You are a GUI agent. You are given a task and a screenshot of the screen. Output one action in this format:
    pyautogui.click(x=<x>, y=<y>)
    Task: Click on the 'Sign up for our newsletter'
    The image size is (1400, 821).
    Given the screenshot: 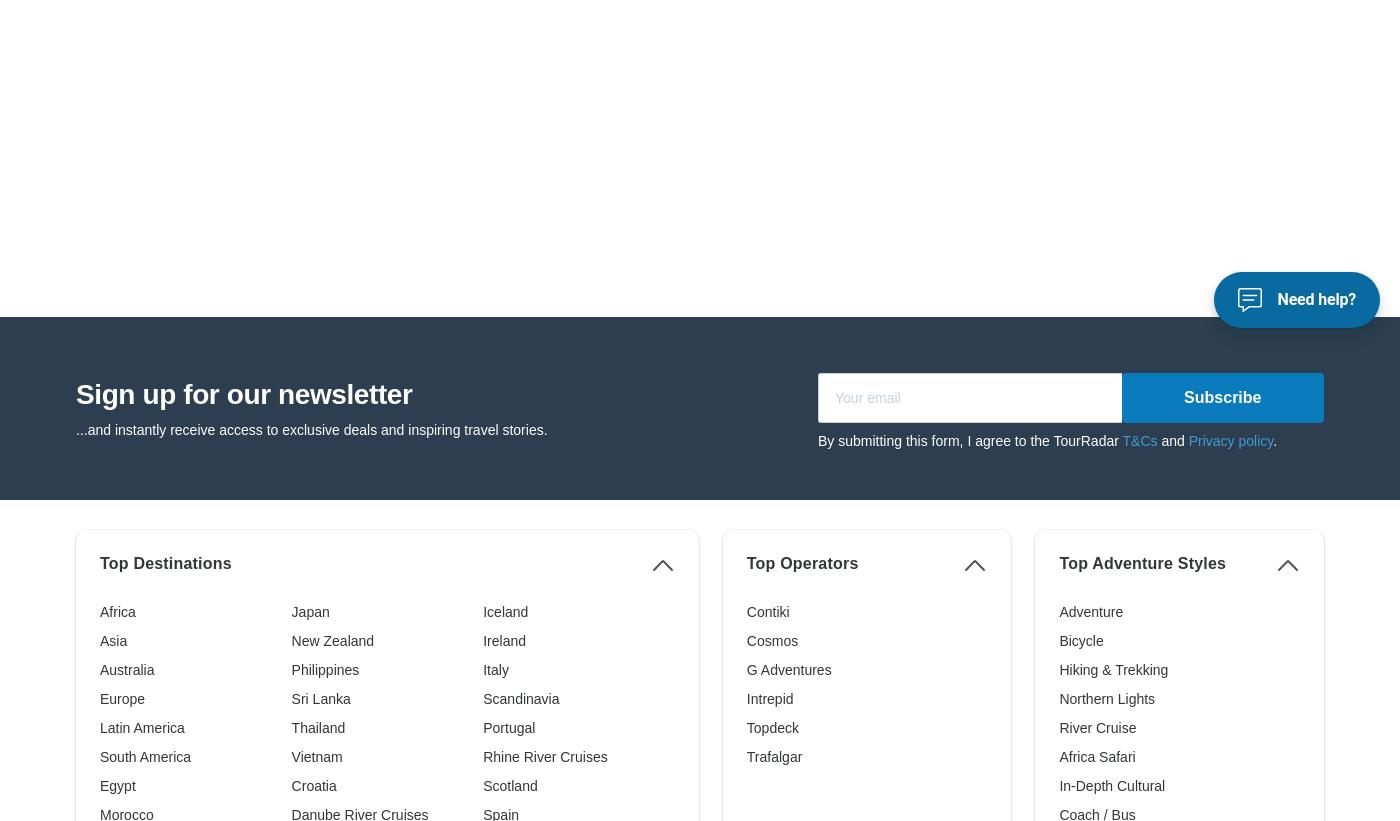 What is the action you would take?
    pyautogui.click(x=244, y=72)
    